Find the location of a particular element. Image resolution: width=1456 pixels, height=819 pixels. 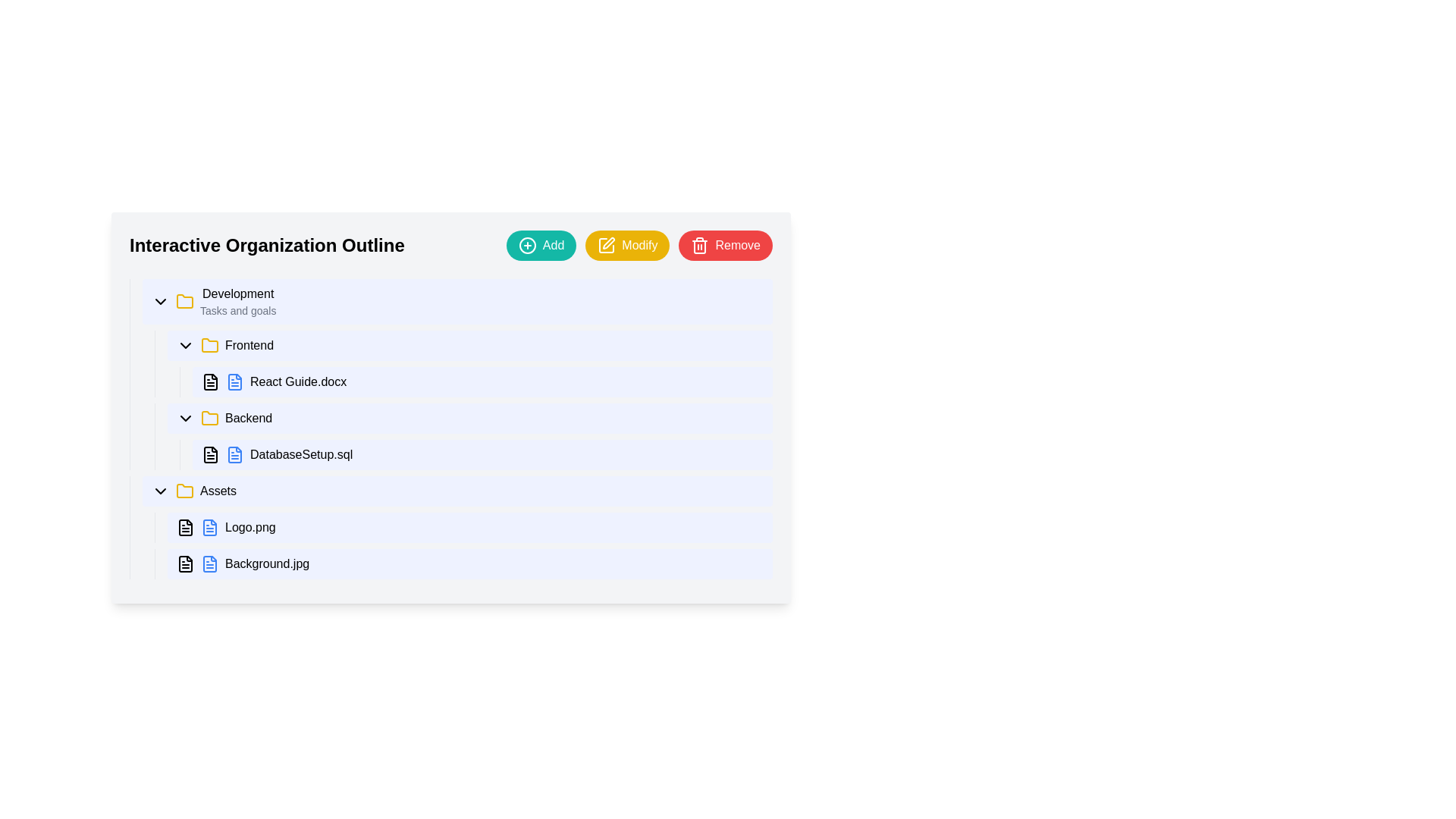

the Collapsible Folder Header for 'Development' is located at coordinates (457, 301).